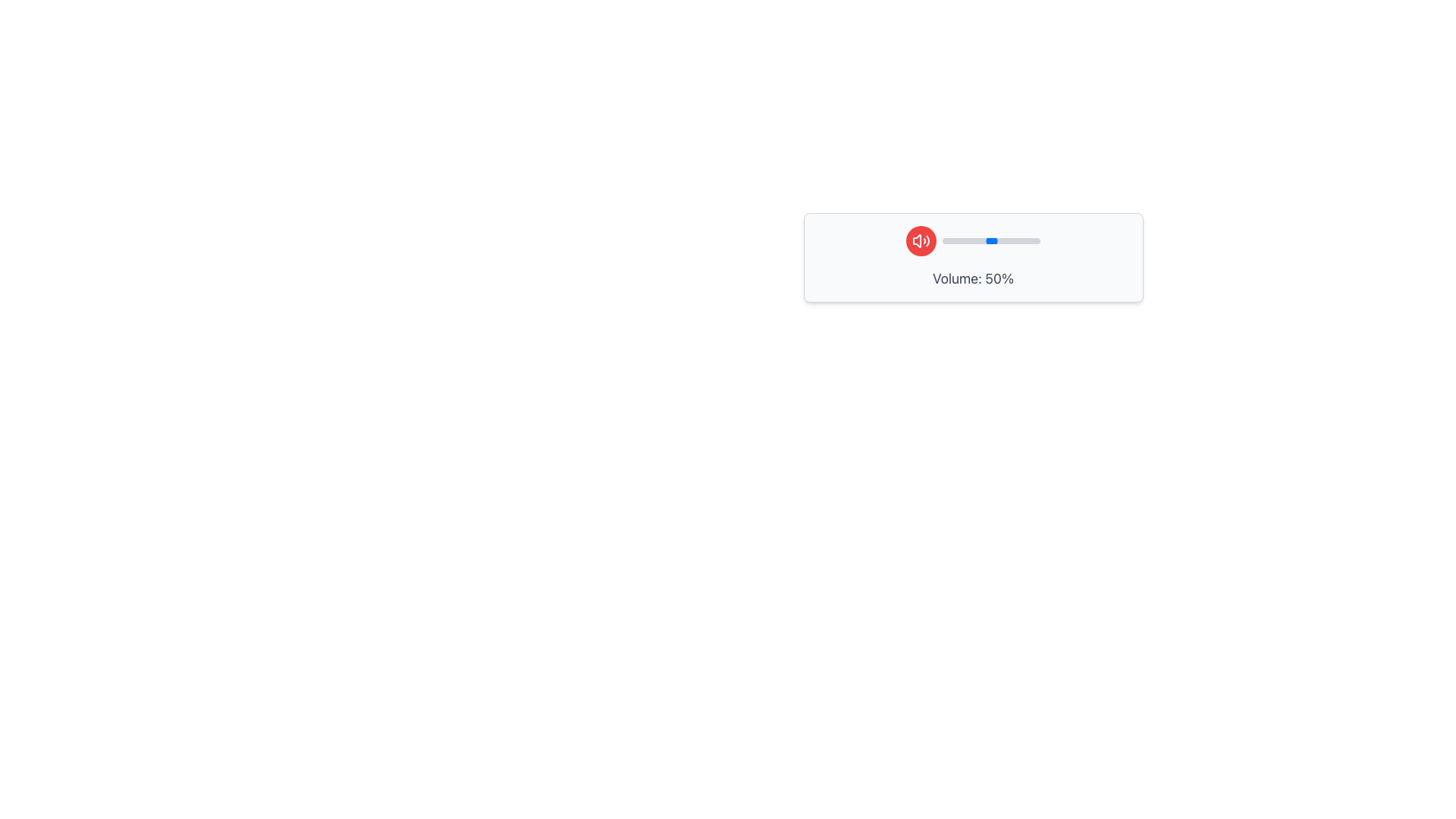 The height and width of the screenshot is (819, 1456). I want to click on the small red circular button featuring a white speaker icon, so click(920, 240).